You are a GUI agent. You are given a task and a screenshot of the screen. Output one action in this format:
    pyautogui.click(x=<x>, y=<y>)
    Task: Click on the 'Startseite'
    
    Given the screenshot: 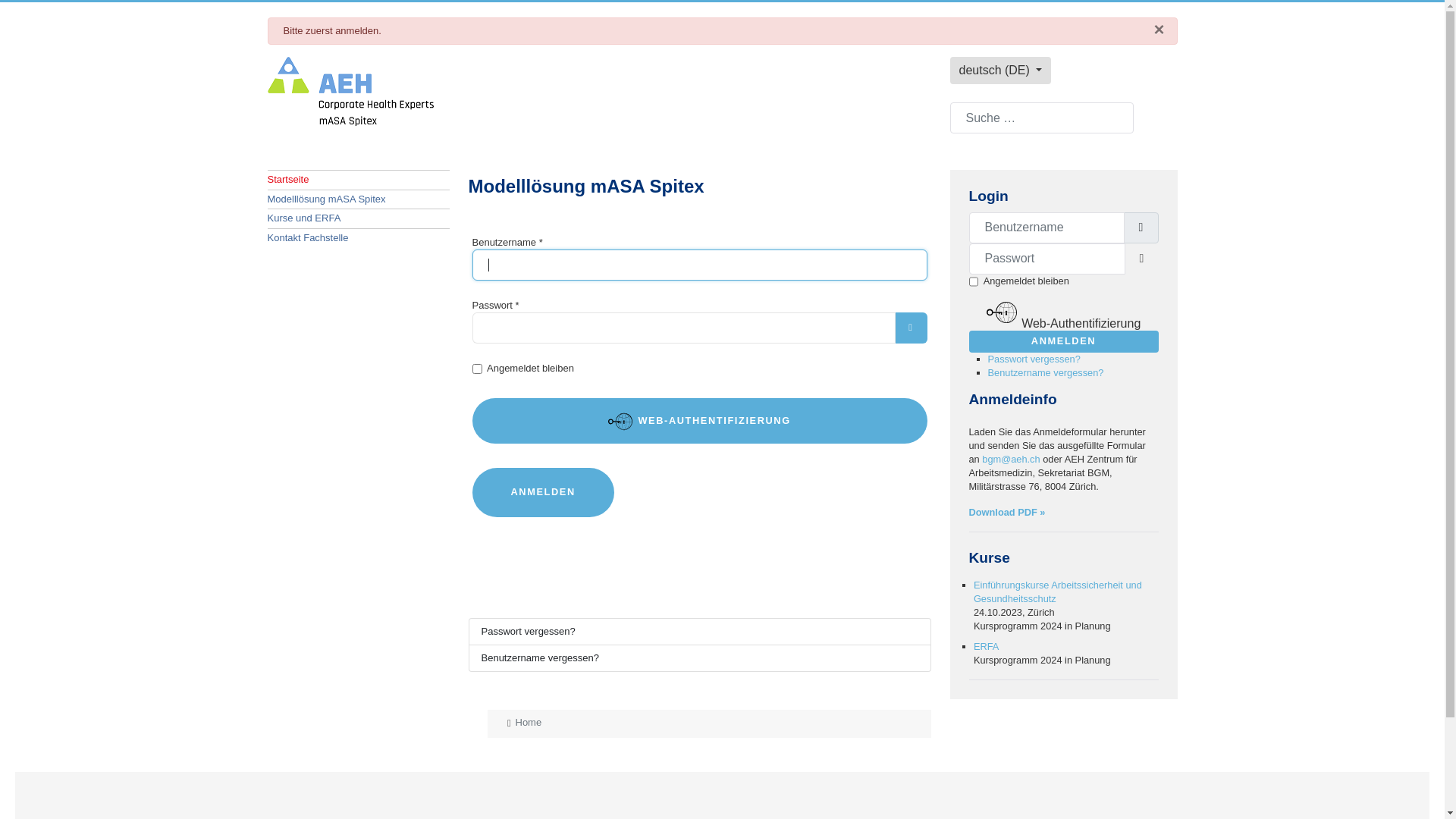 What is the action you would take?
    pyautogui.click(x=356, y=178)
    